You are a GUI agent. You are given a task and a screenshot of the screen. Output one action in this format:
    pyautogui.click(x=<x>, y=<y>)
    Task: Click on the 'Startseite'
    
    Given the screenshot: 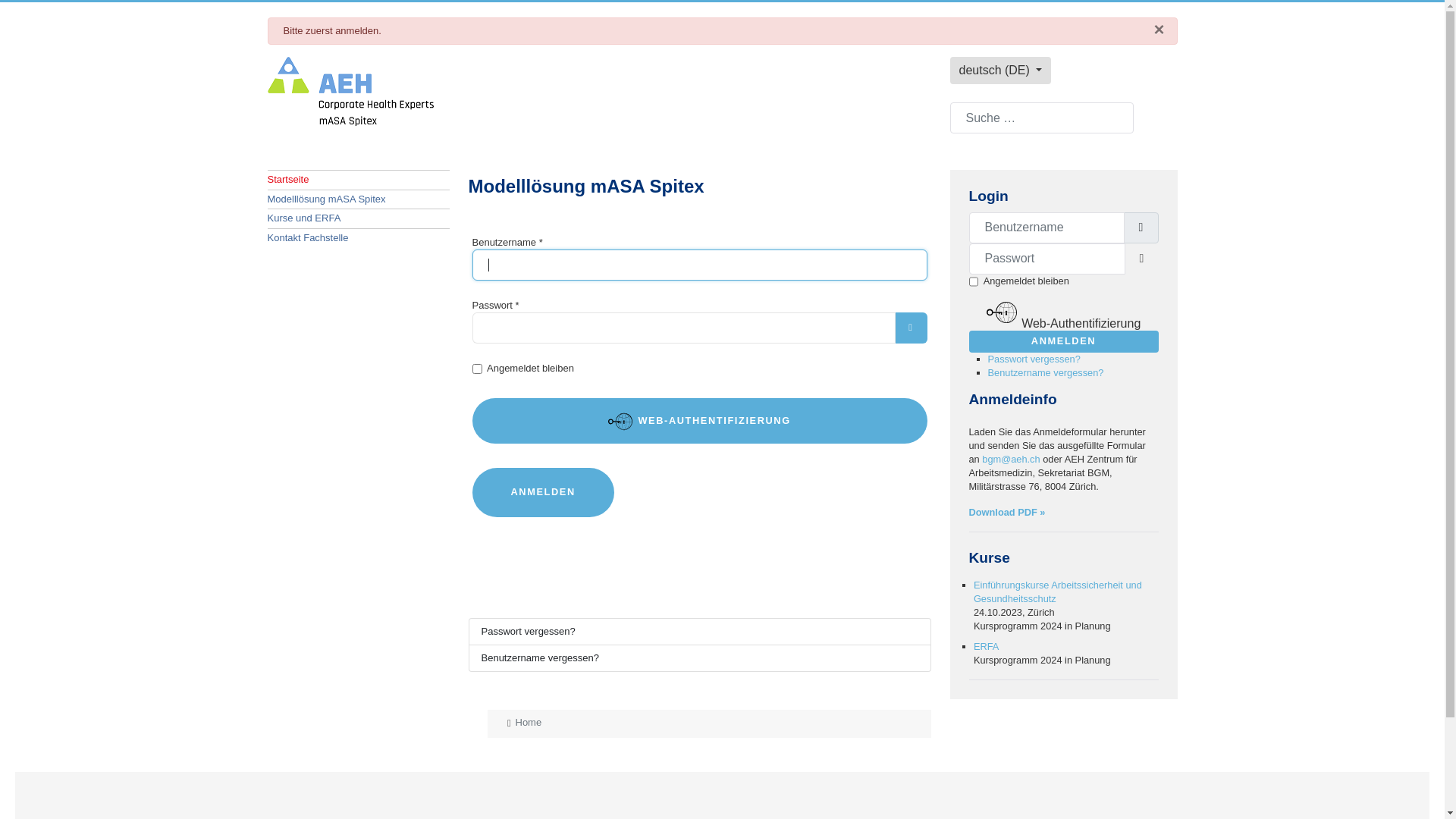 What is the action you would take?
    pyautogui.click(x=356, y=178)
    